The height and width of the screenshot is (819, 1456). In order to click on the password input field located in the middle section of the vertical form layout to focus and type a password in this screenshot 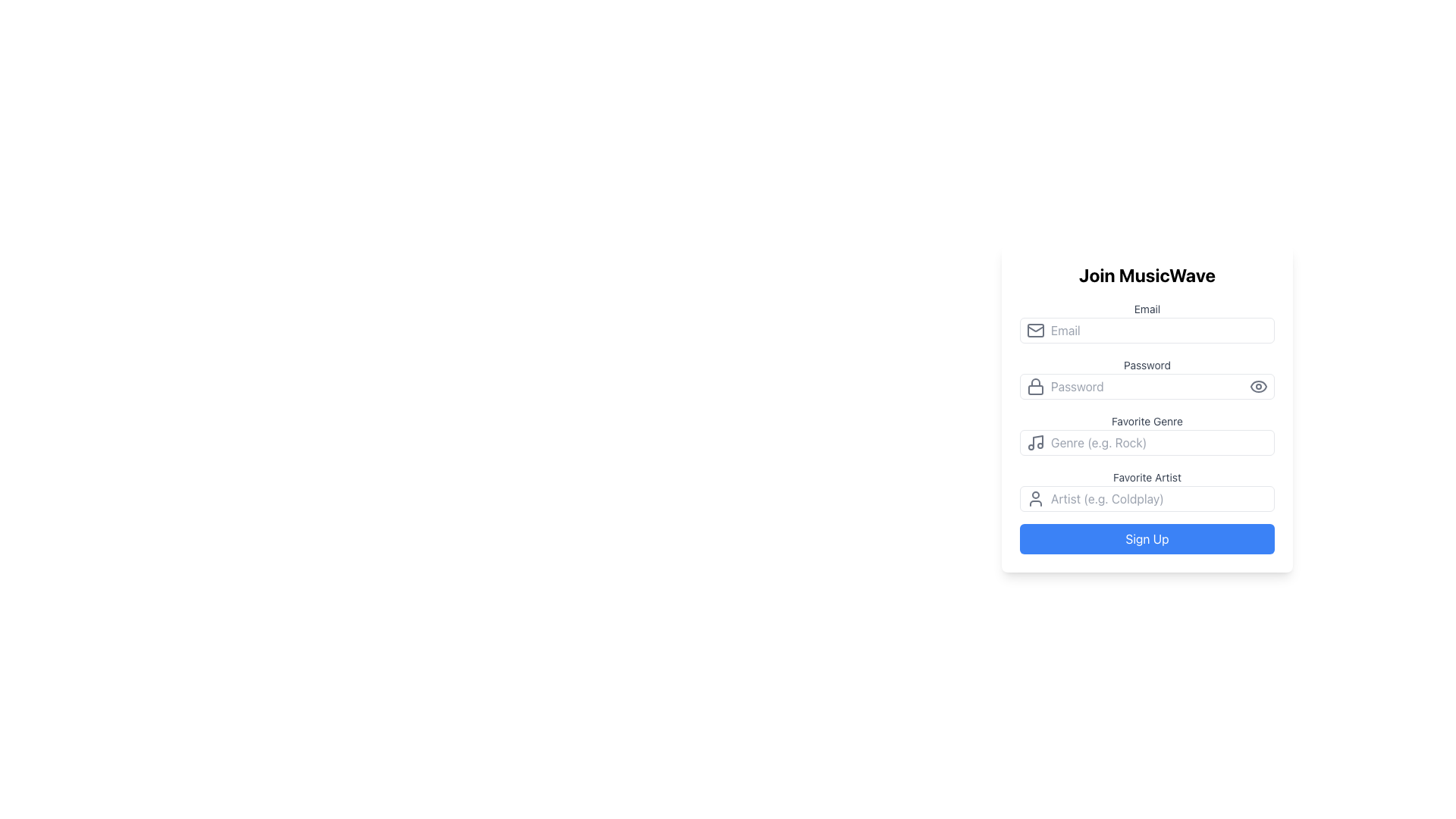, I will do `click(1150, 385)`.